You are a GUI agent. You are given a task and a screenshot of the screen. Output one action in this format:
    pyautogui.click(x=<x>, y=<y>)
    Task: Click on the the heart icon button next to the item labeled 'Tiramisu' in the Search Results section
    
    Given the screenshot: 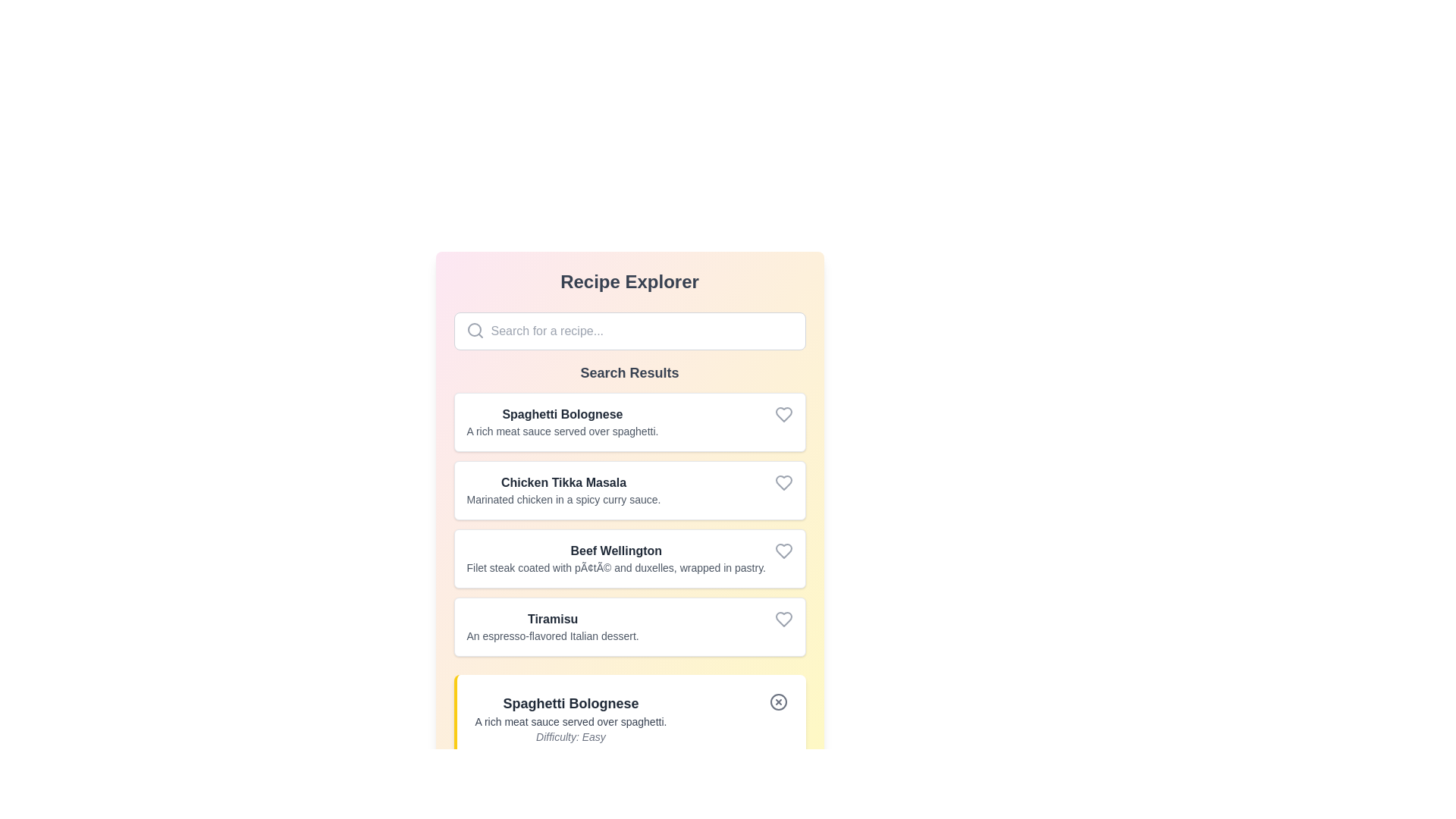 What is the action you would take?
    pyautogui.click(x=783, y=620)
    